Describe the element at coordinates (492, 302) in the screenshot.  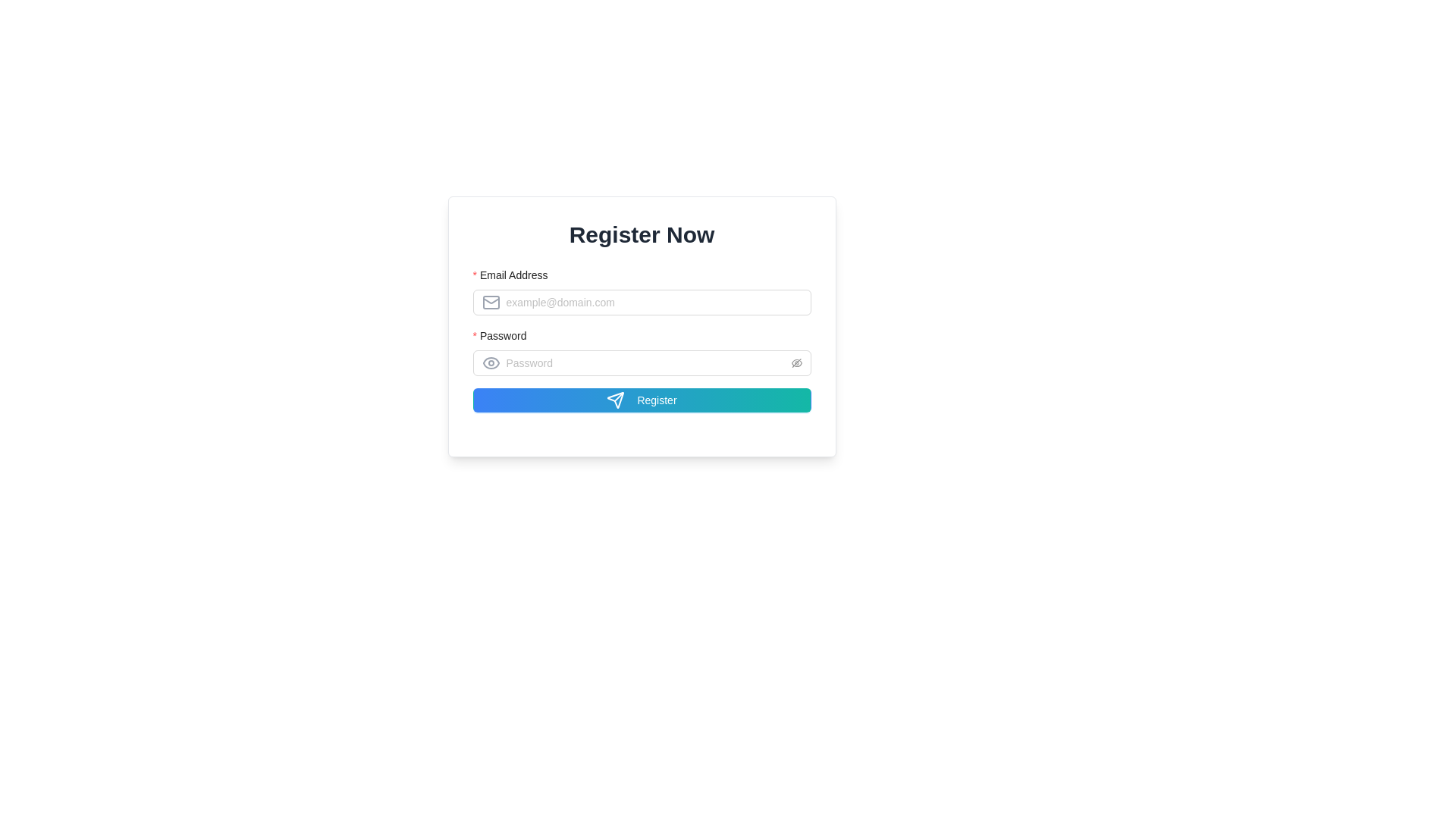
I see `the gray SVG envelope icon located inside the 'Email Address' input field on the registration form` at that location.